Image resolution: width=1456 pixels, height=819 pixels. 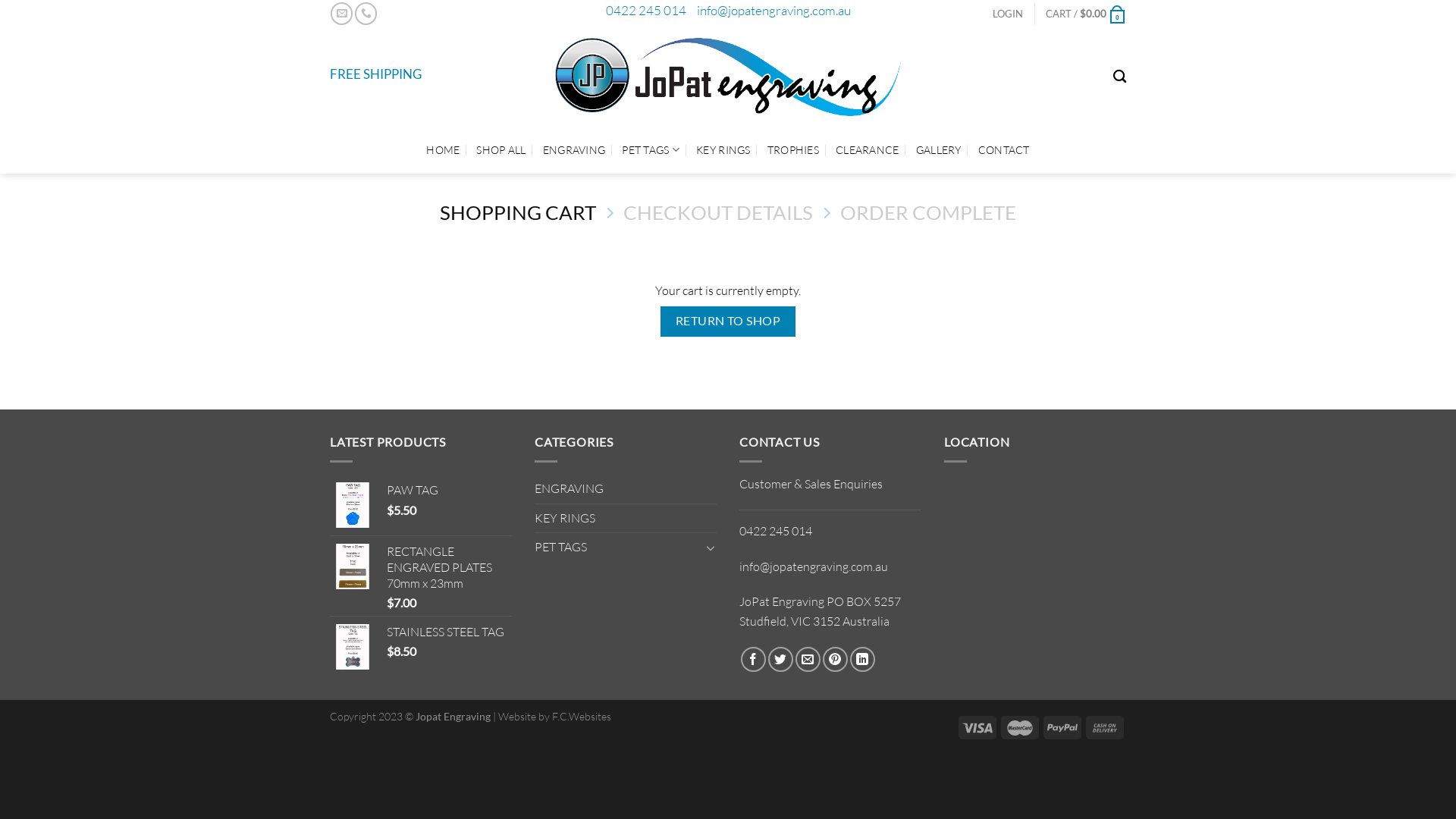 I want to click on 'CART / $0.00, so click(x=1084, y=14).